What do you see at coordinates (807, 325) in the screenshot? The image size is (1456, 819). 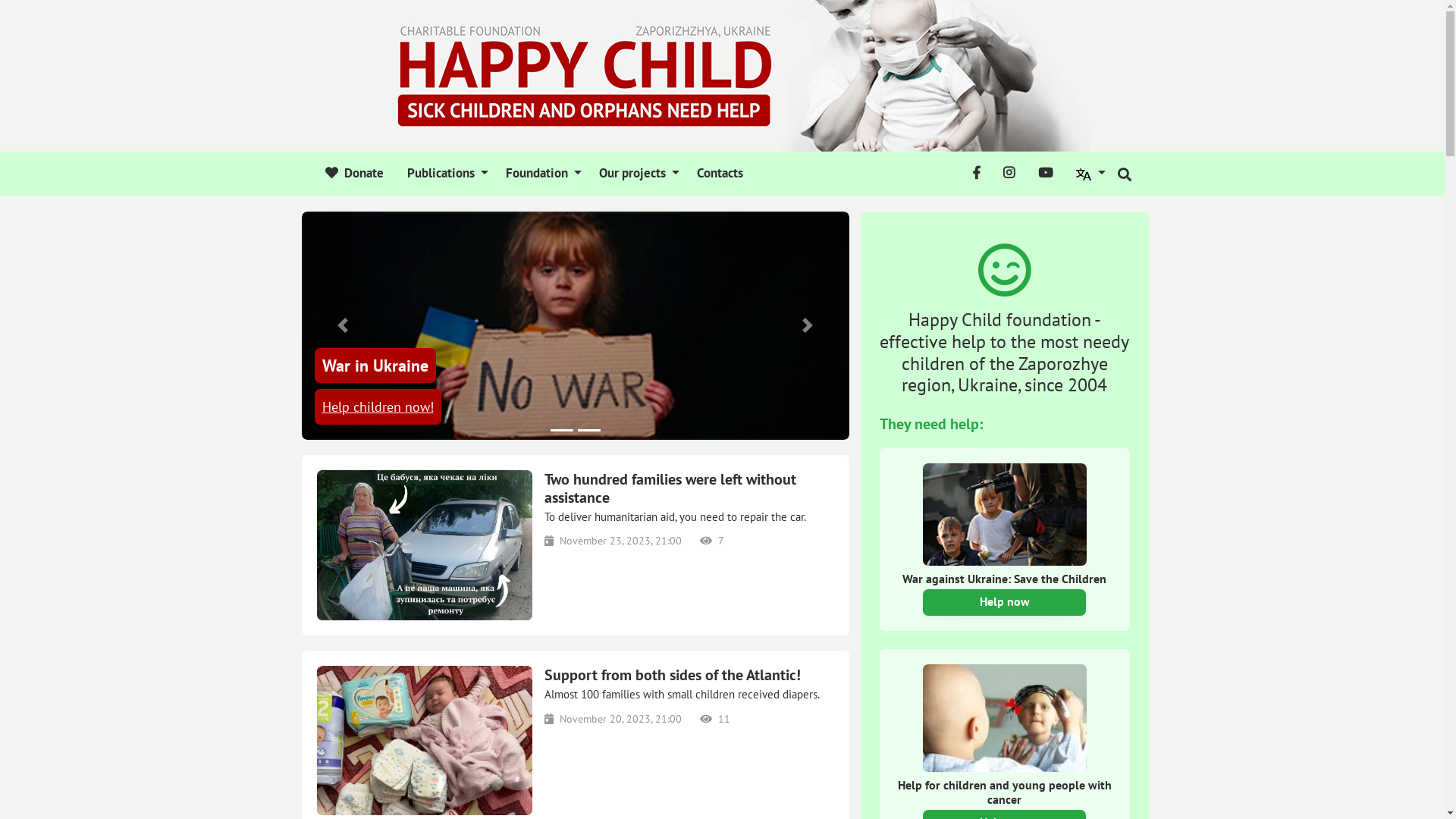 I see `'Next'` at bounding box center [807, 325].